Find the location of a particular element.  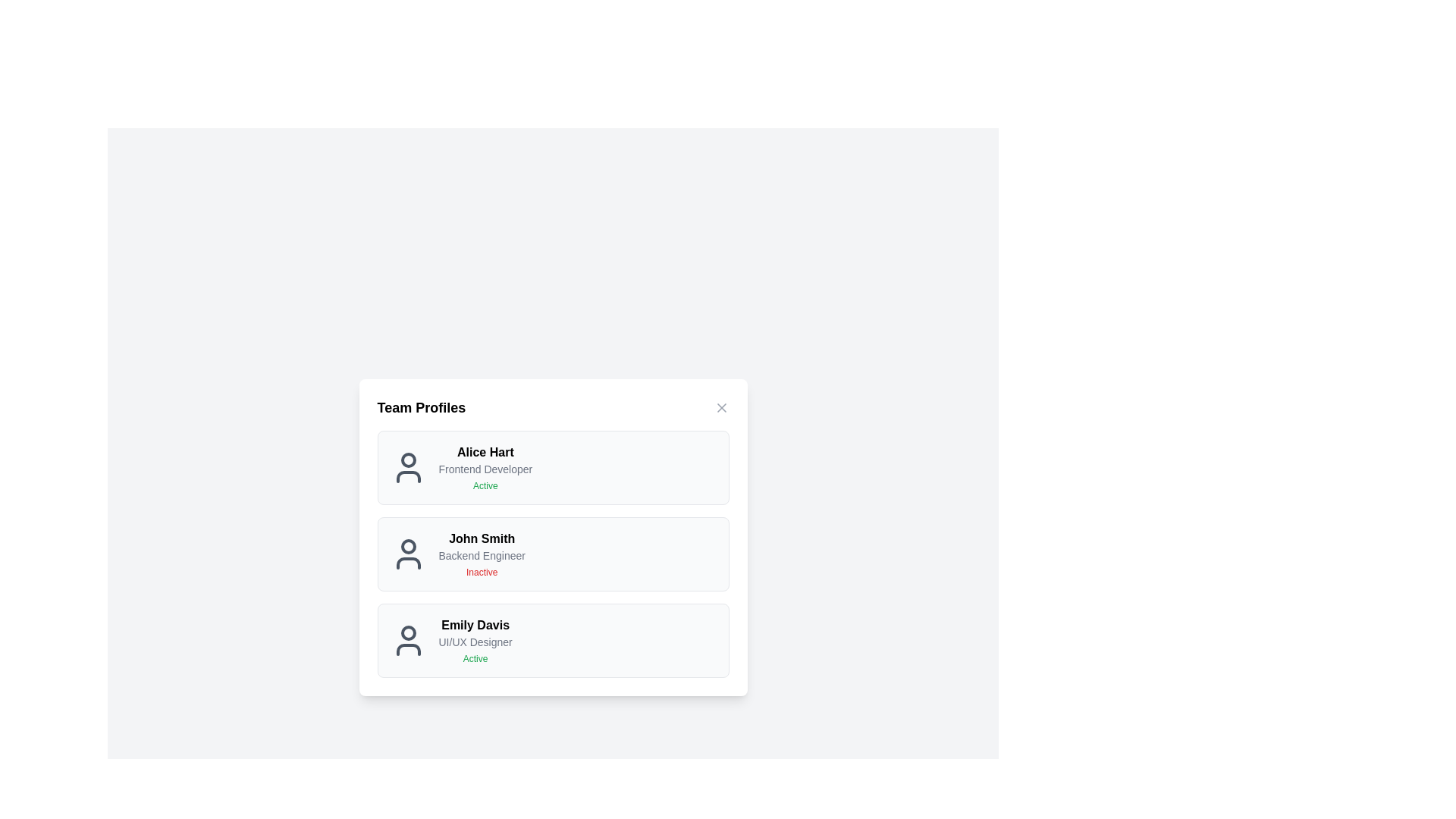

the user profile card of Alice Hart is located at coordinates (552, 467).